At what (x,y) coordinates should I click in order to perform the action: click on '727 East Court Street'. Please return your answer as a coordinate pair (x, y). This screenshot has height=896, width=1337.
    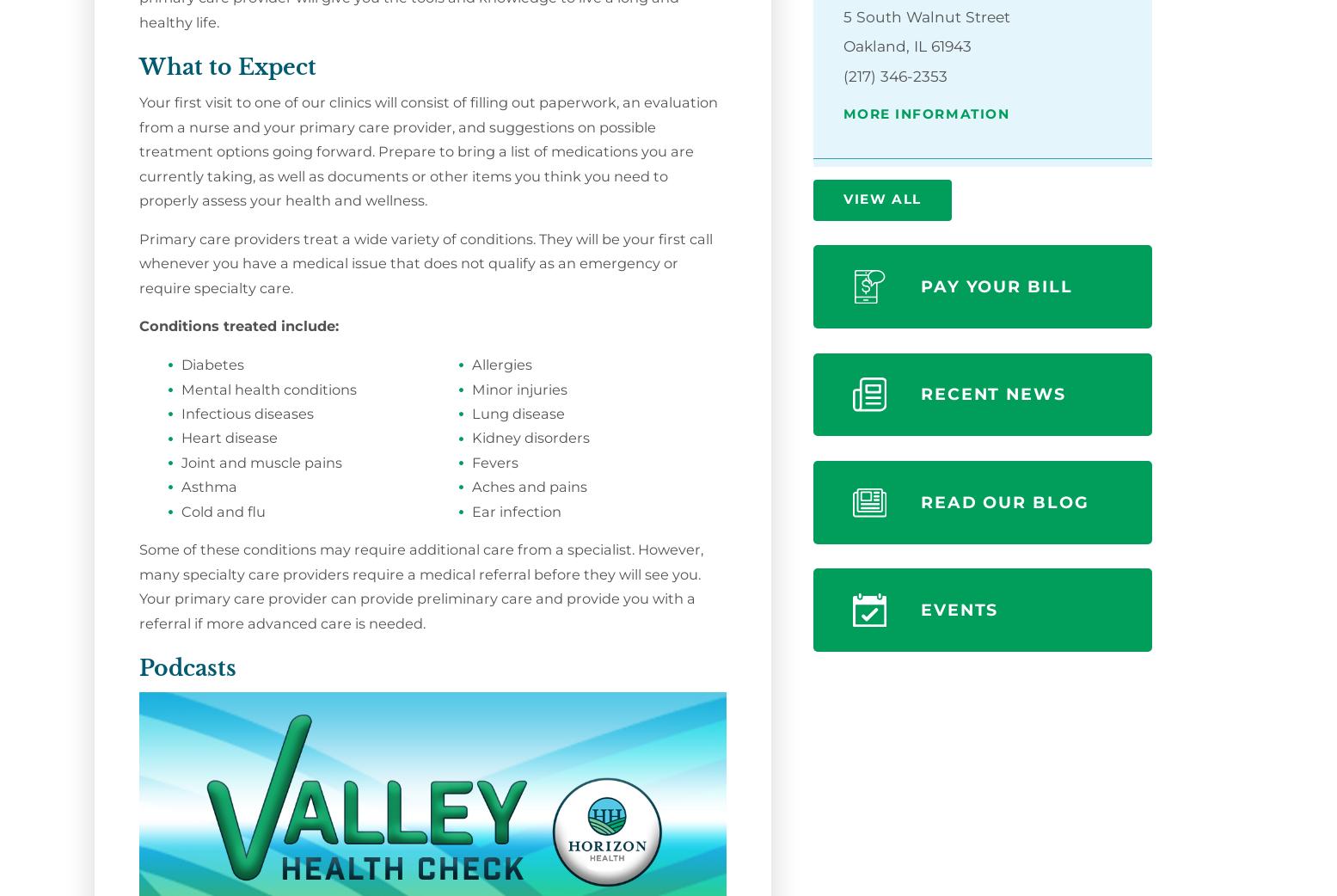
    Looking at the image, I should click on (920, 252).